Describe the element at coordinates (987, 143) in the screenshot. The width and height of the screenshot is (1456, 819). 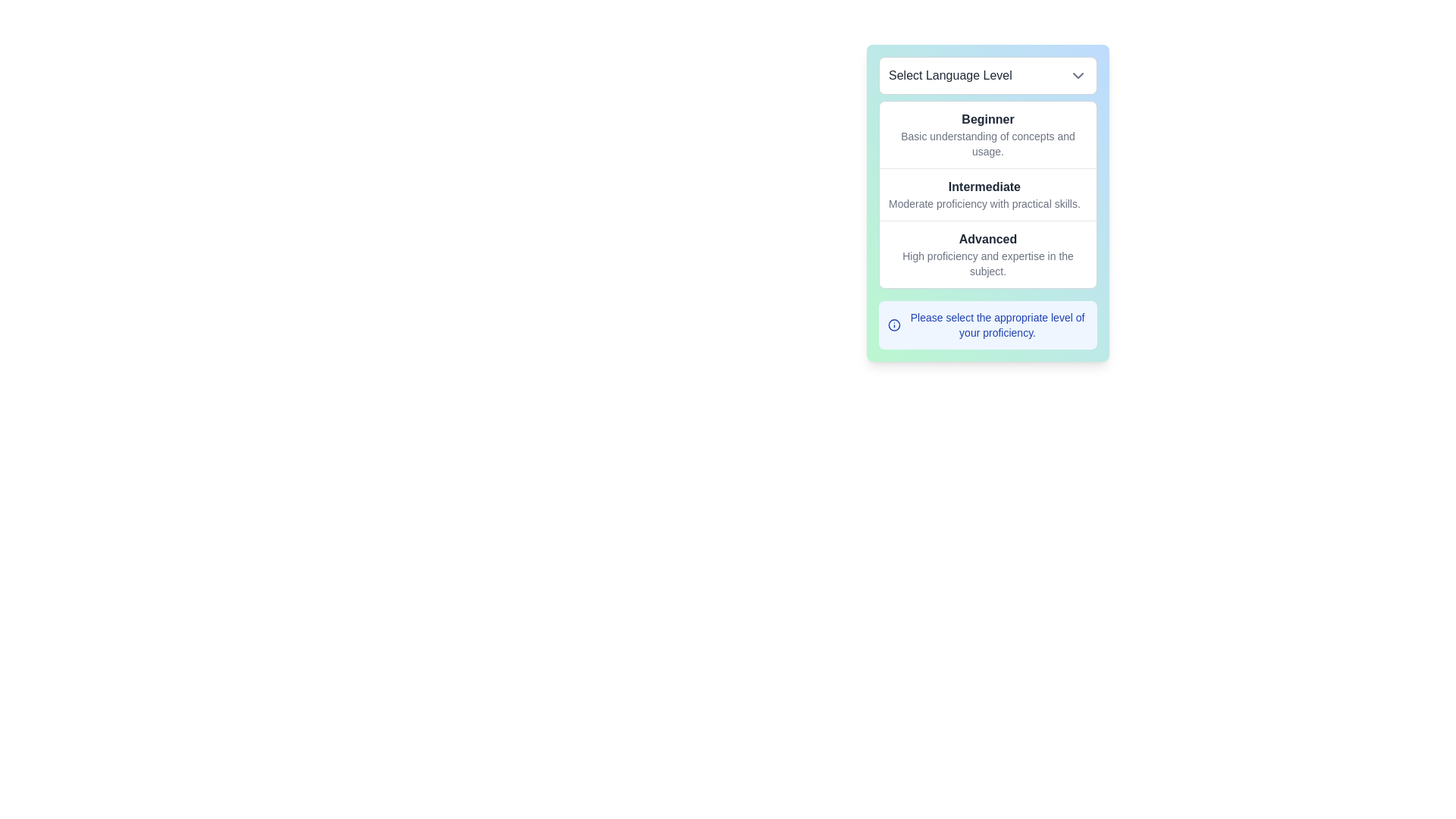
I see `the descriptive text label providing details about the 'Beginner' option, which is positioned within a centered card-like interface under the header 'Beginner'` at that location.